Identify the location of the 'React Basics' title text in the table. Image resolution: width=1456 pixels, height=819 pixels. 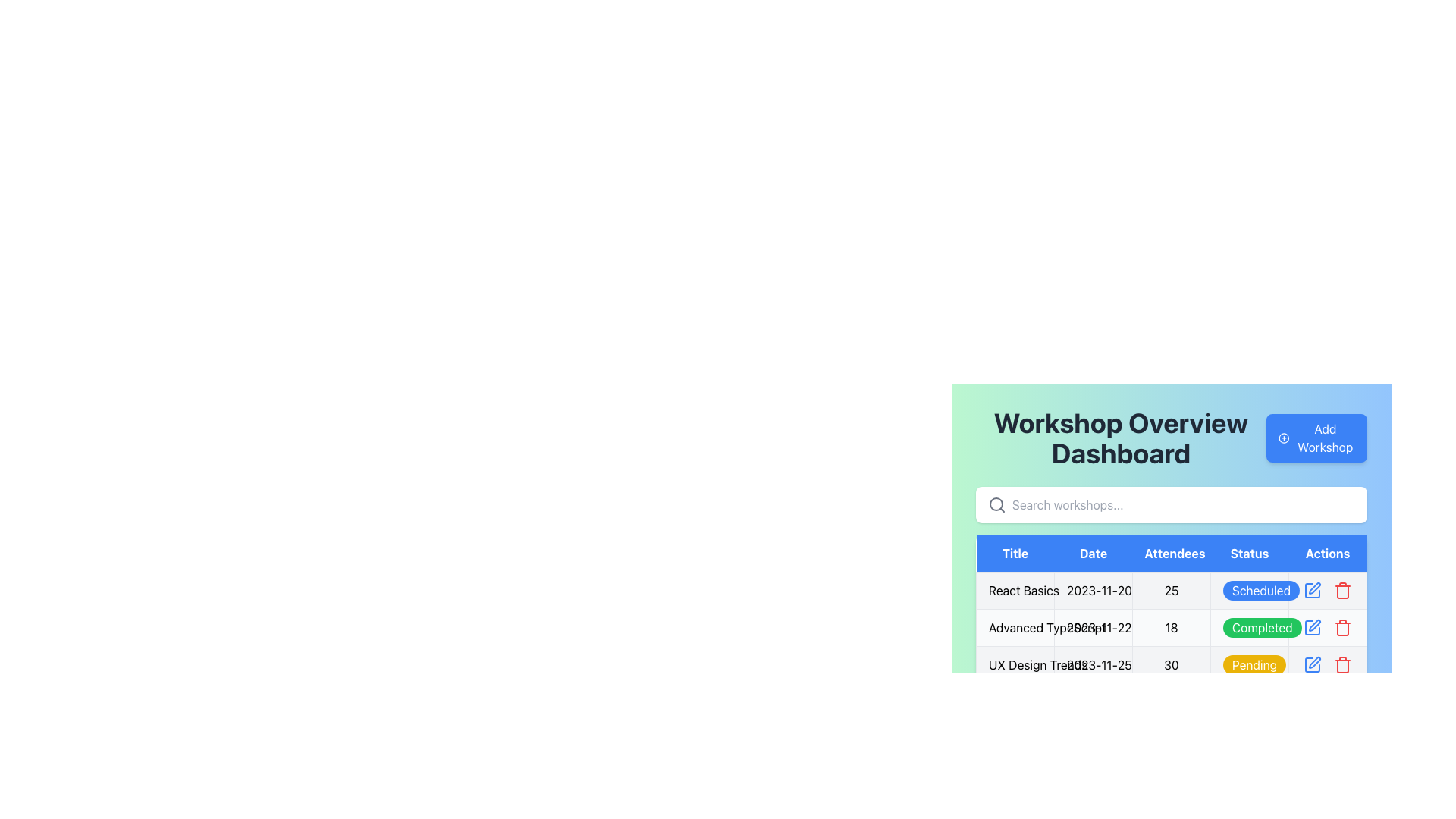
(1015, 590).